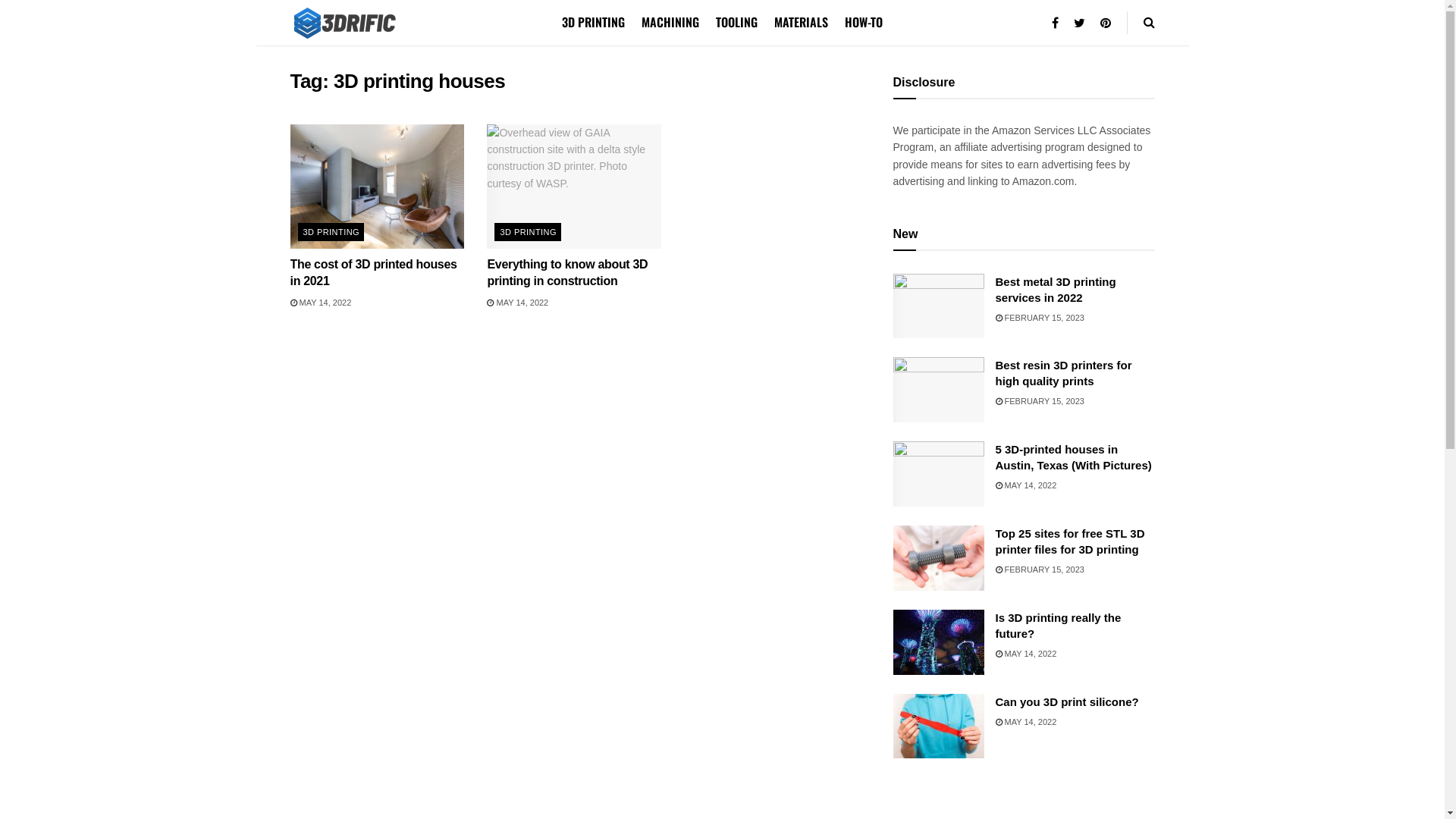  I want to click on 'MAY 14, 2022', so click(1025, 721).